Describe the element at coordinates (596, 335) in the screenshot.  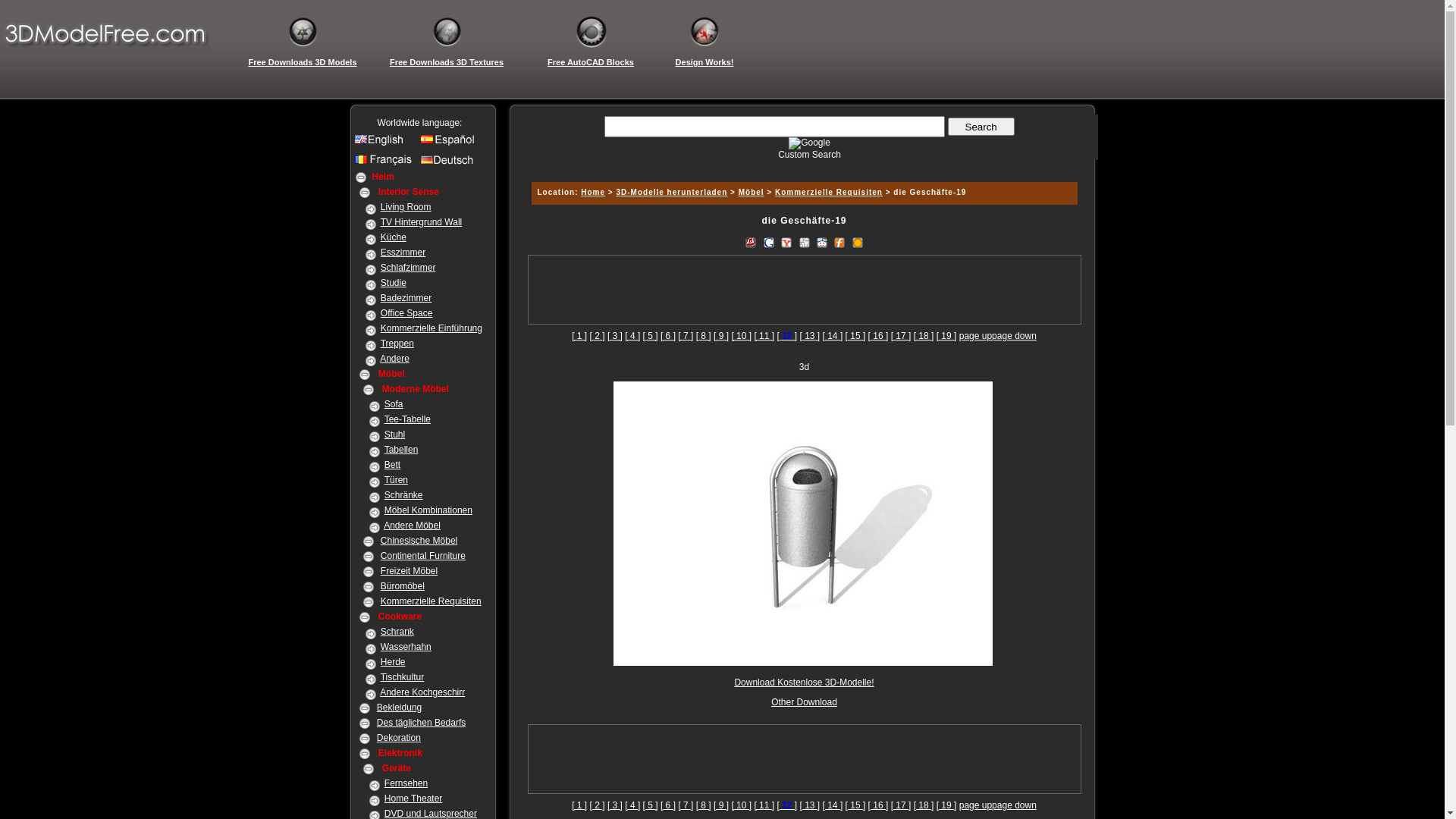
I see `'[ 2 ]'` at that location.